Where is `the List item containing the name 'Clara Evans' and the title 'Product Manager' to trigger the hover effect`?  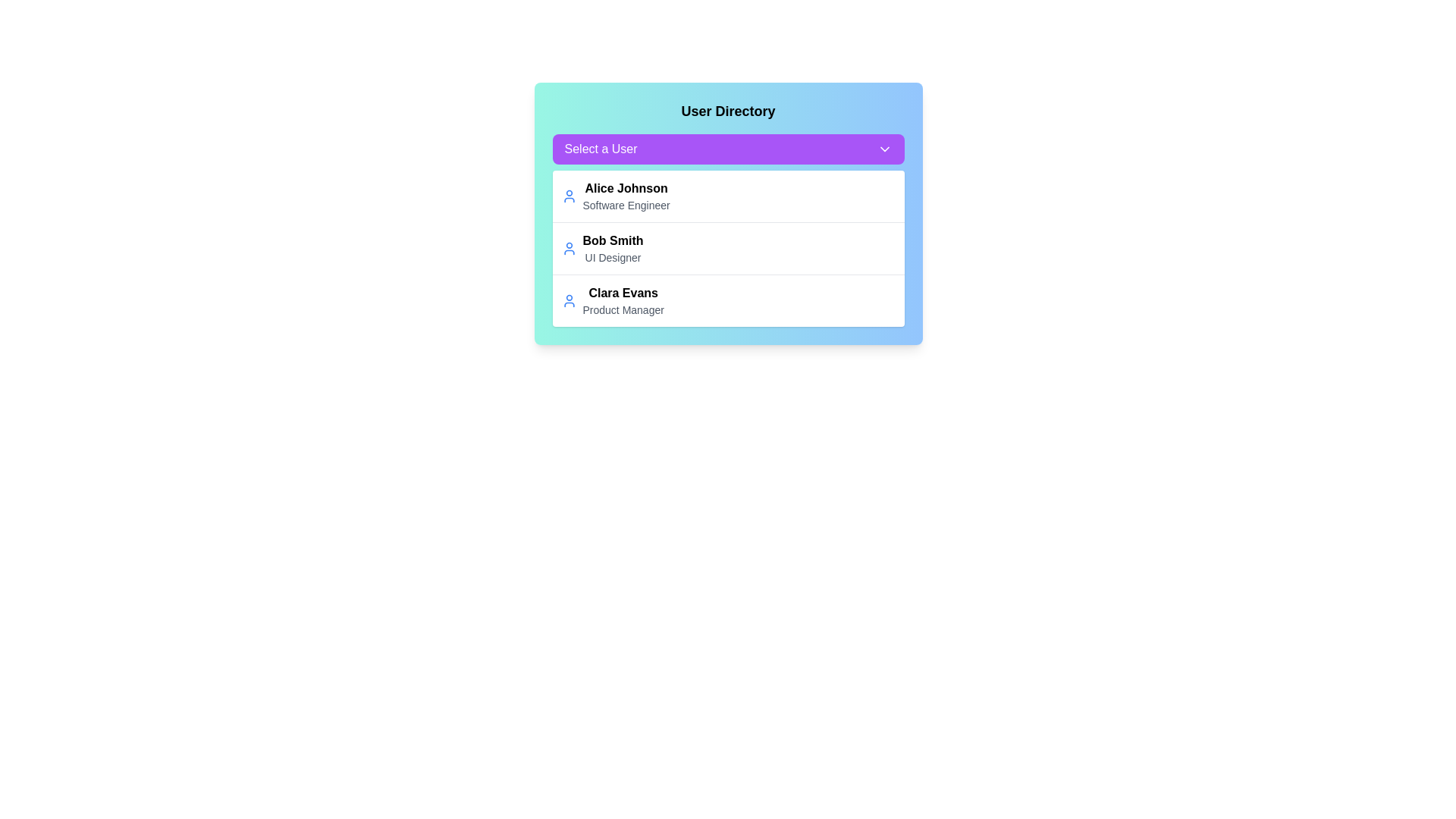 the List item containing the name 'Clara Evans' and the title 'Product Manager' to trigger the hover effect is located at coordinates (728, 300).